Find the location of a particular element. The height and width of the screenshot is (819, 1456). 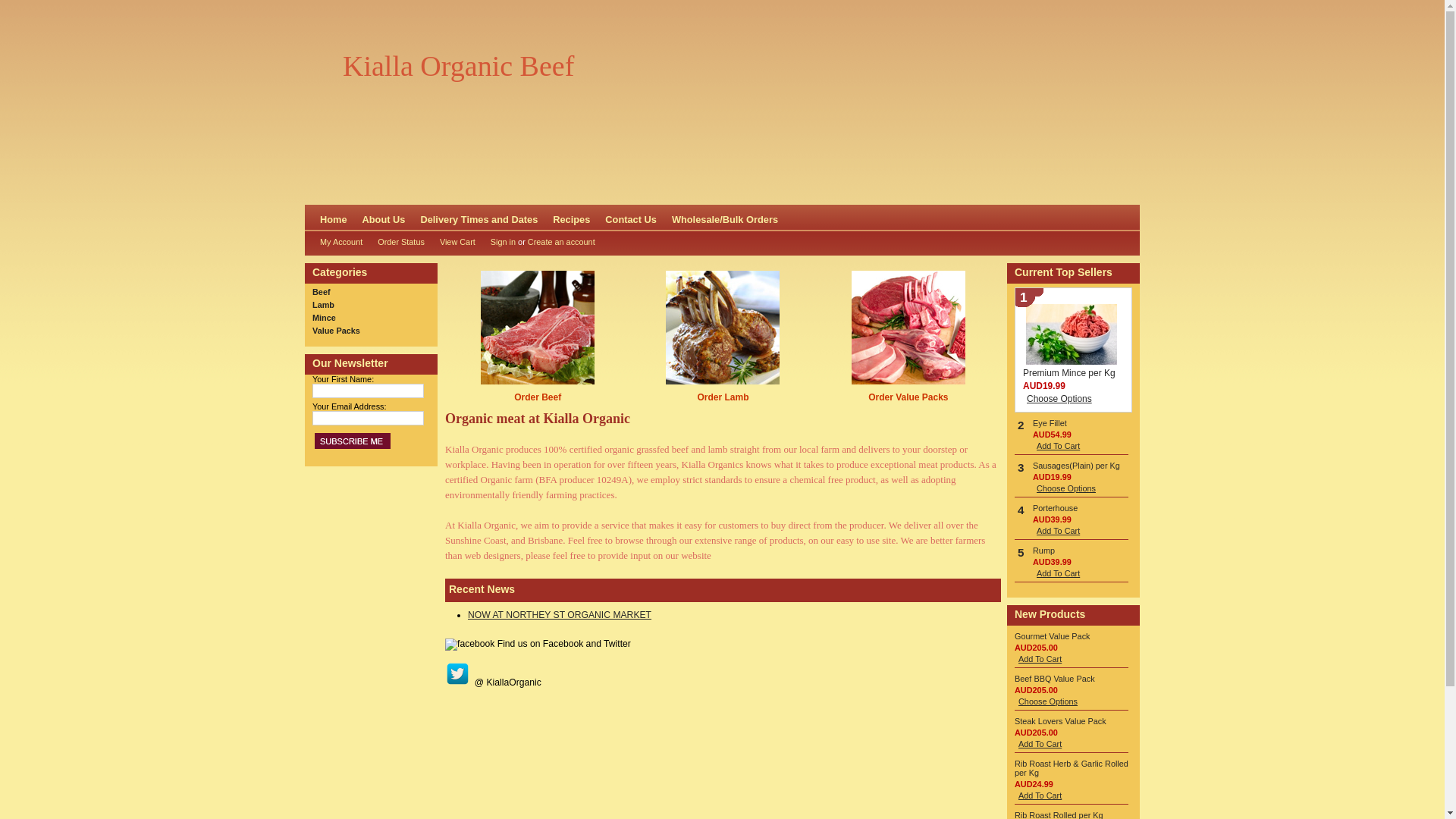

'Order Beef' is located at coordinates (538, 397).